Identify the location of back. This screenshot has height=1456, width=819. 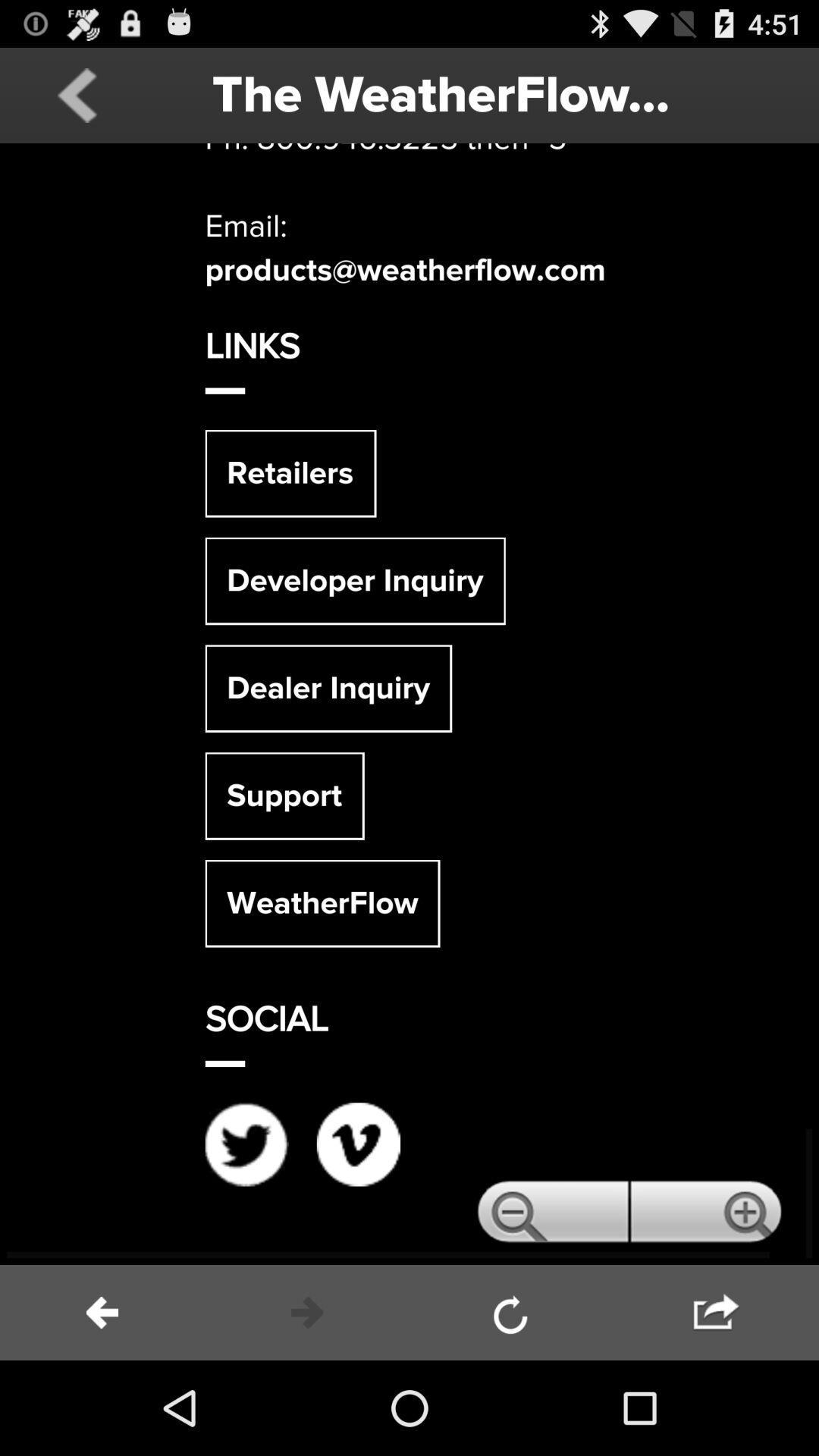
(77, 94).